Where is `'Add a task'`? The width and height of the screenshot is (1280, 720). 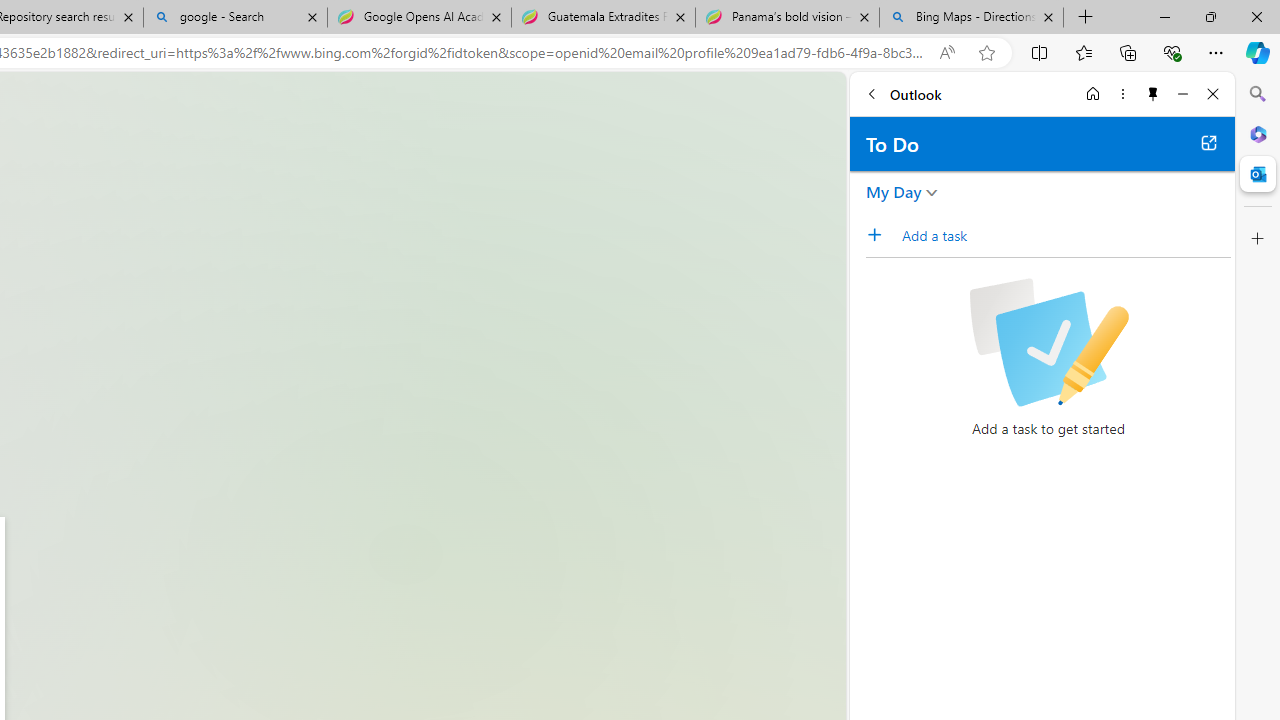 'Add a task' is located at coordinates (880, 234).